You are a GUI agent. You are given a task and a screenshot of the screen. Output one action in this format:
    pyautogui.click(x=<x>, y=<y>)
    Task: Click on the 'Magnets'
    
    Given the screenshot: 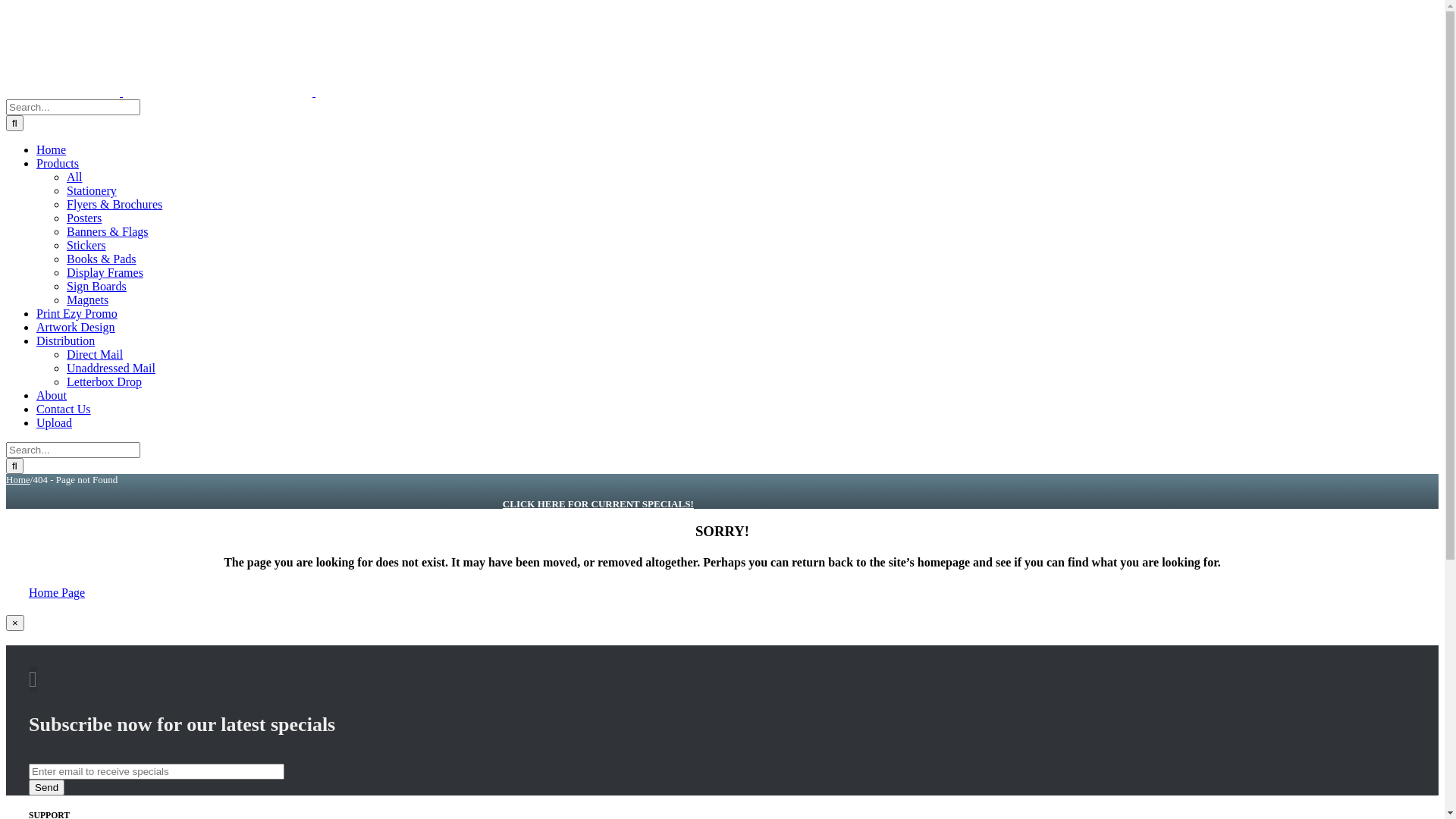 What is the action you would take?
    pyautogui.click(x=86, y=300)
    